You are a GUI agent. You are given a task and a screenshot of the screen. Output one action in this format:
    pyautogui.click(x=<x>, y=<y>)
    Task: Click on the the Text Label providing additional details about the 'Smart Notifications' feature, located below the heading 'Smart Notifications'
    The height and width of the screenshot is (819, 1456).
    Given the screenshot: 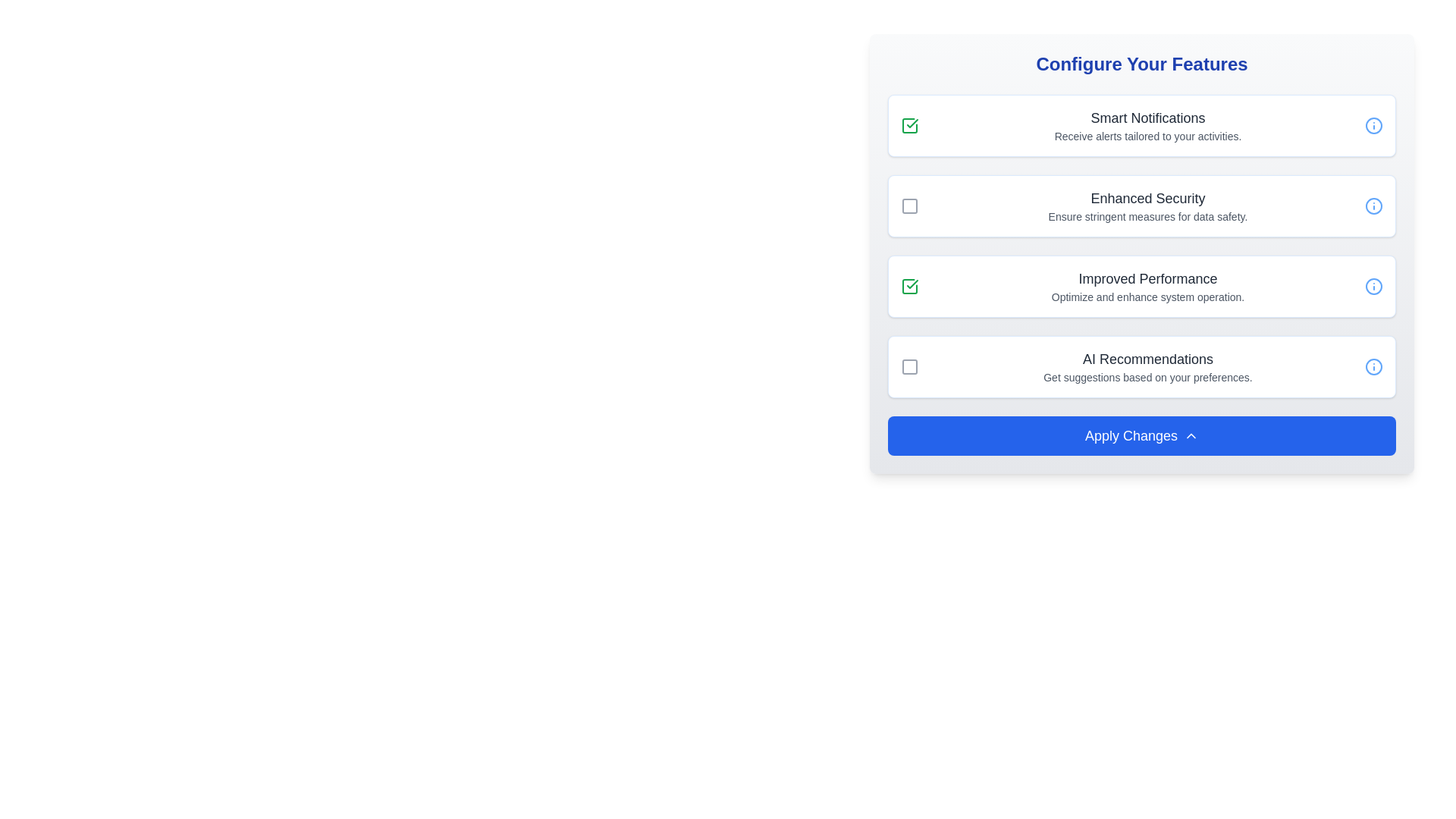 What is the action you would take?
    pyautogui.click(x=1147, y=136)
    